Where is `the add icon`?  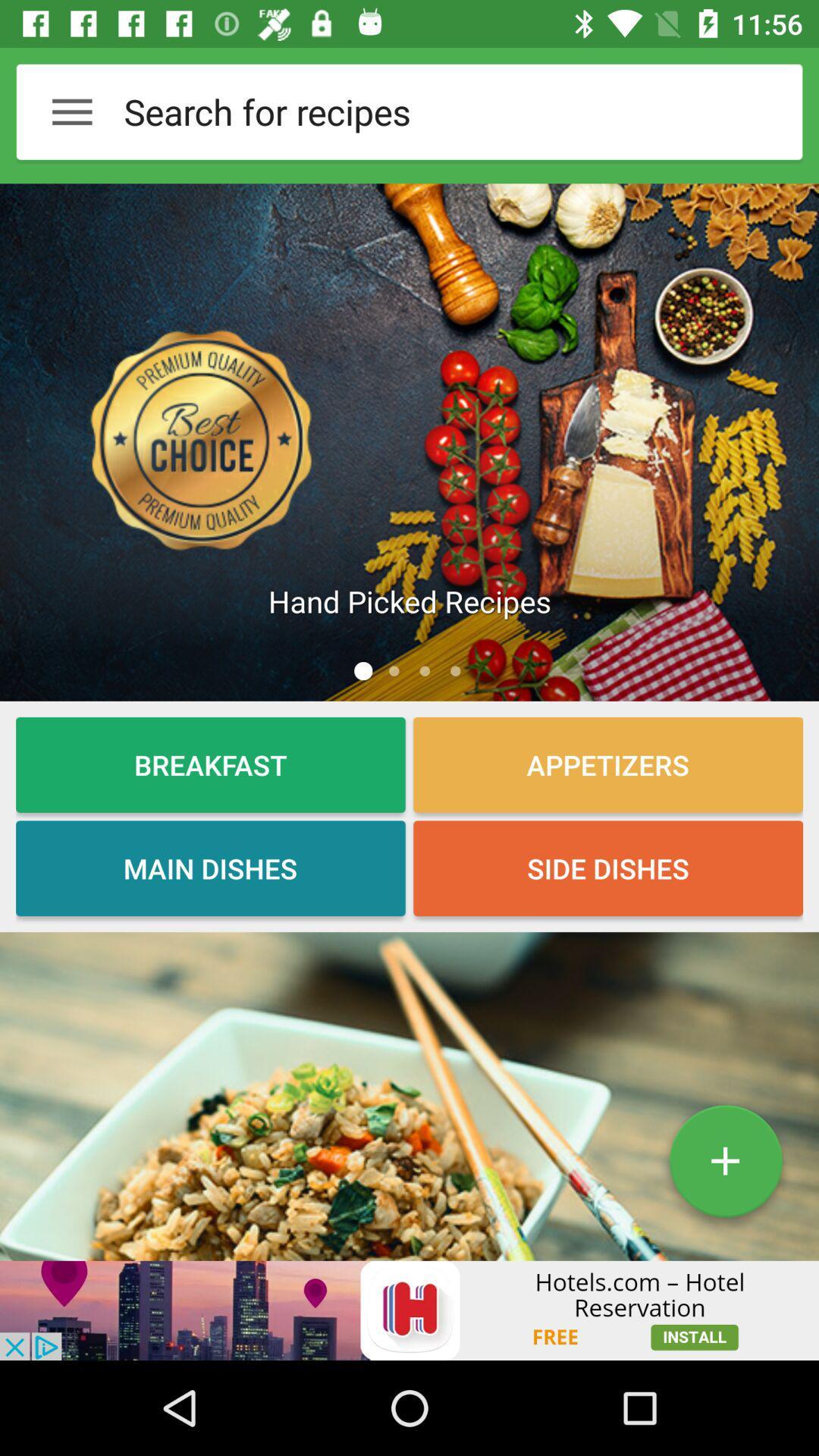
the add icon is located at coordinates (724, 1166).